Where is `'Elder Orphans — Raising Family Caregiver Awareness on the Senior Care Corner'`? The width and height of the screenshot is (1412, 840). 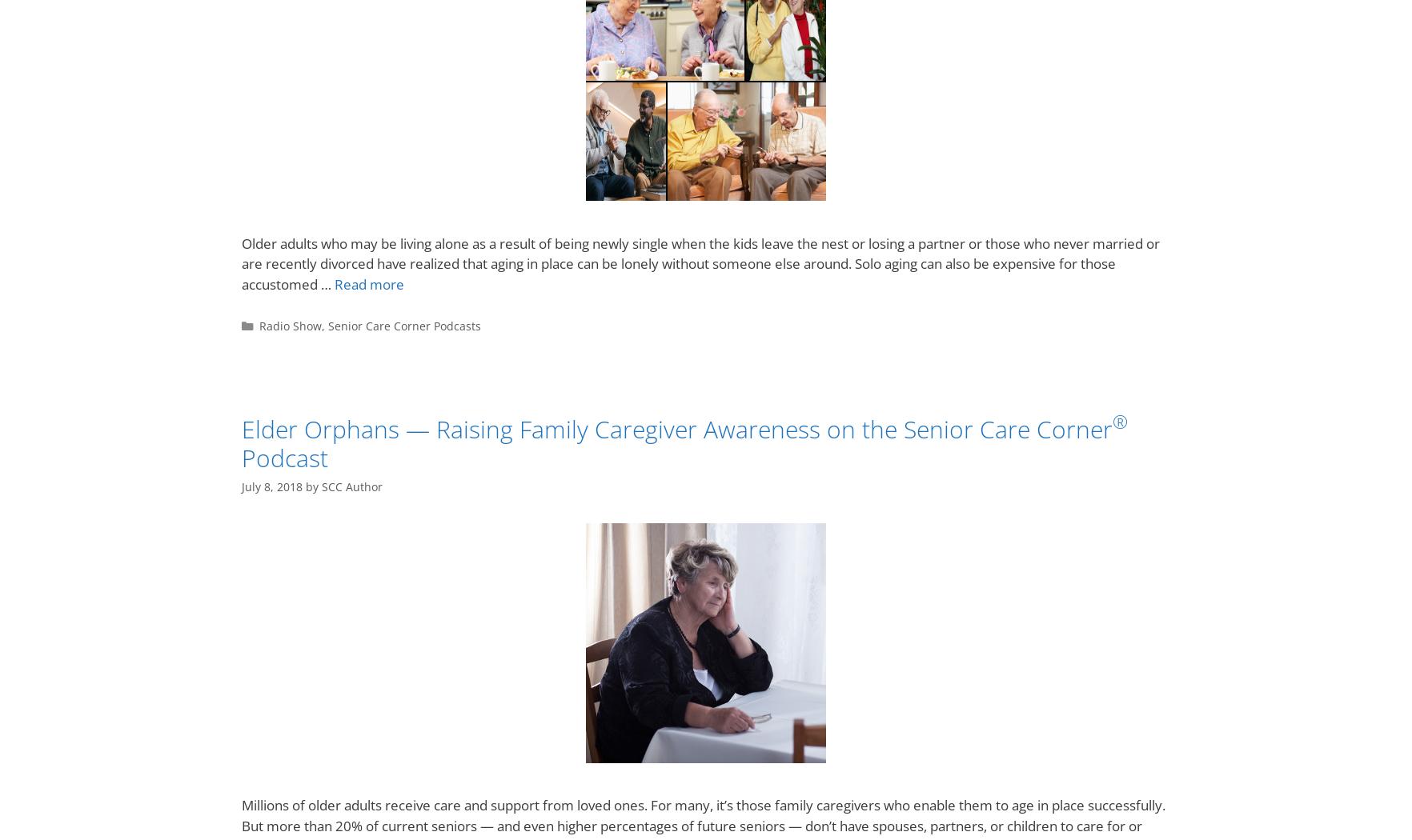 'Elder Orphans — Raising Family Caregiver Awareness on the Senior Care Corner' is located at coordinates (241, 428).